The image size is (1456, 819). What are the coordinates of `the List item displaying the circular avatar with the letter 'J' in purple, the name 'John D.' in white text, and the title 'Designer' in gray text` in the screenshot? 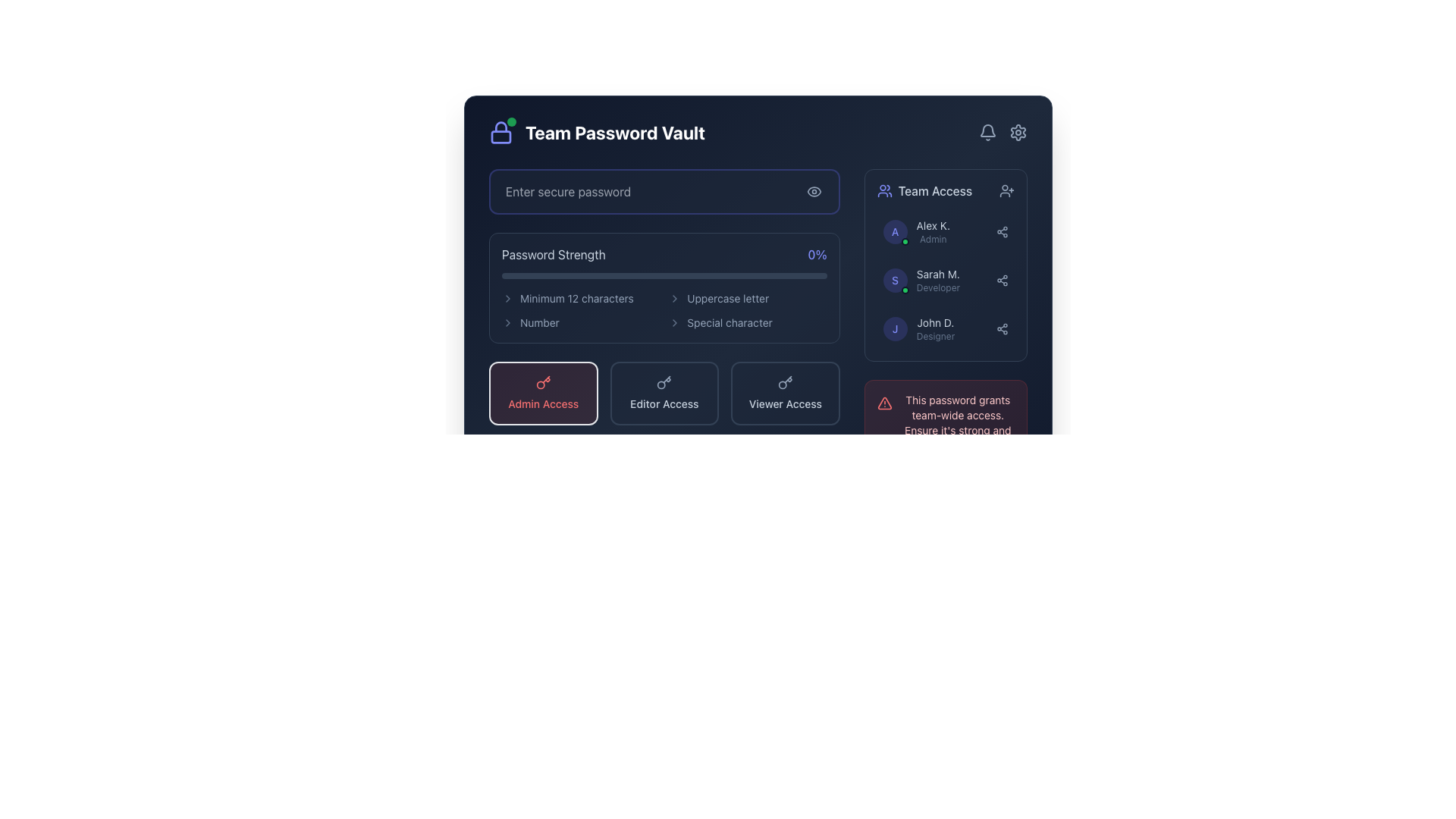 It's located at (918, 328).